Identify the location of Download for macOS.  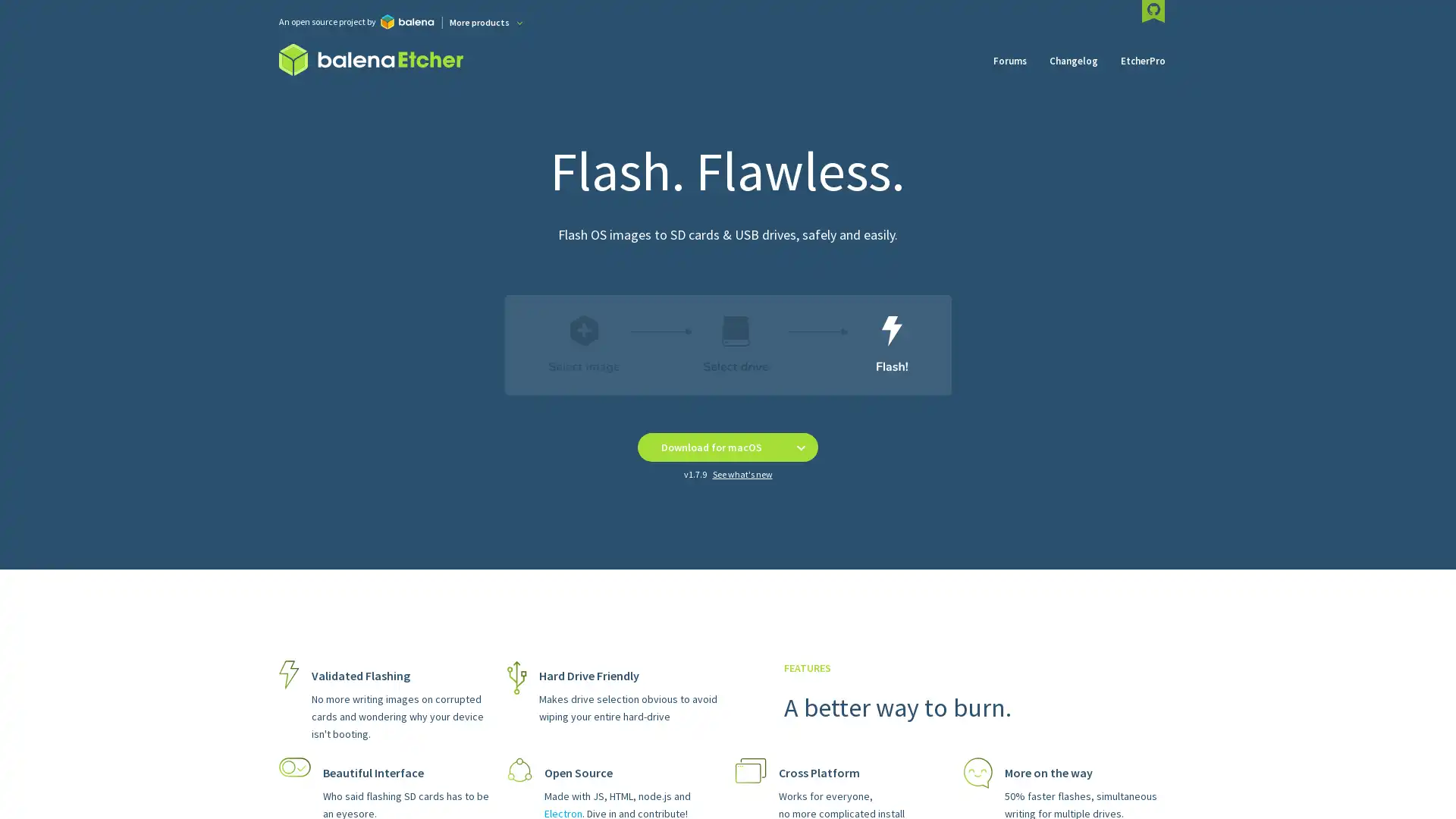
(710, 447).